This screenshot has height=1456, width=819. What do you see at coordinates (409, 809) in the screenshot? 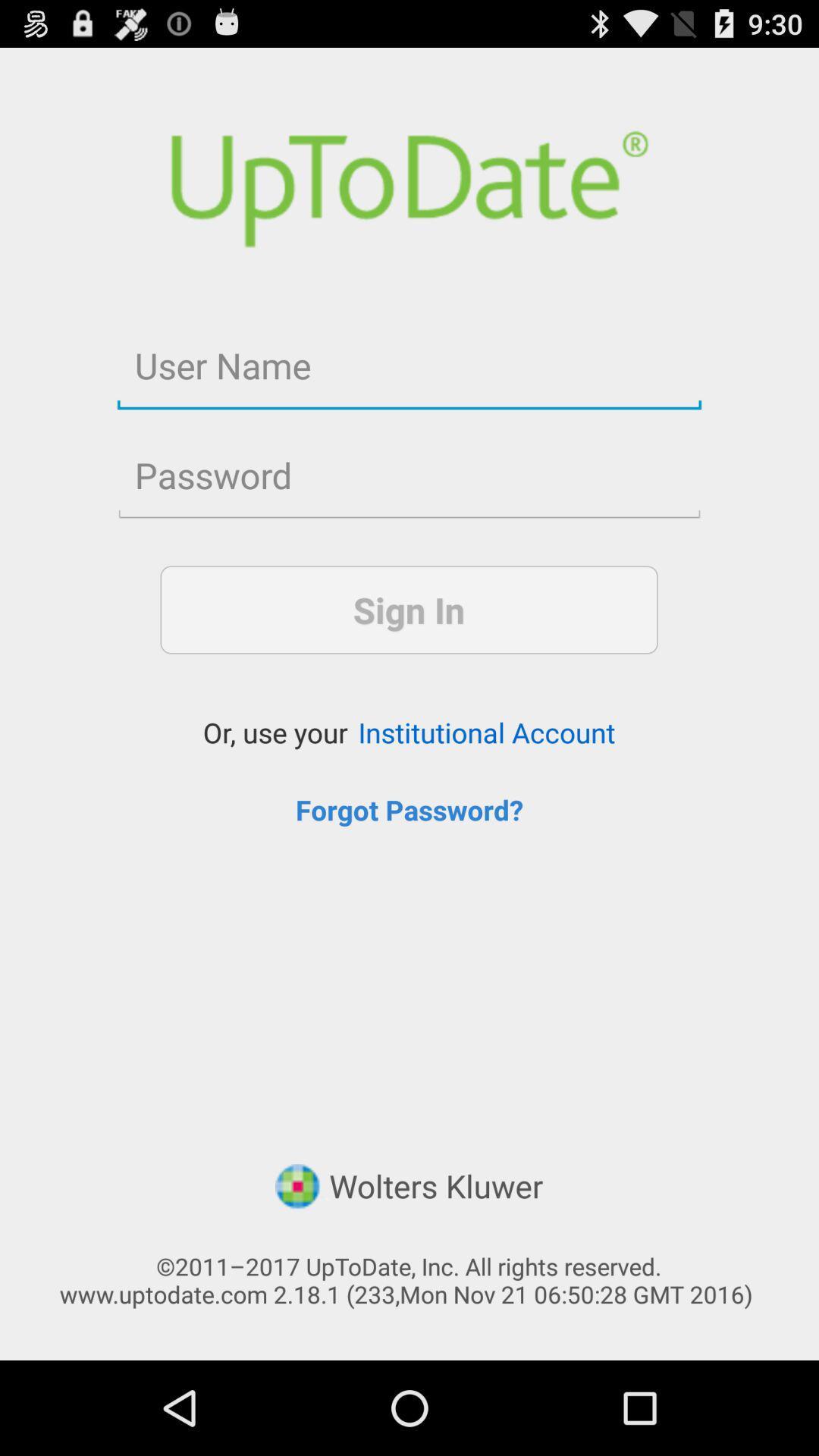
I see `the forgot password? app` at bounding box center [409, 809].